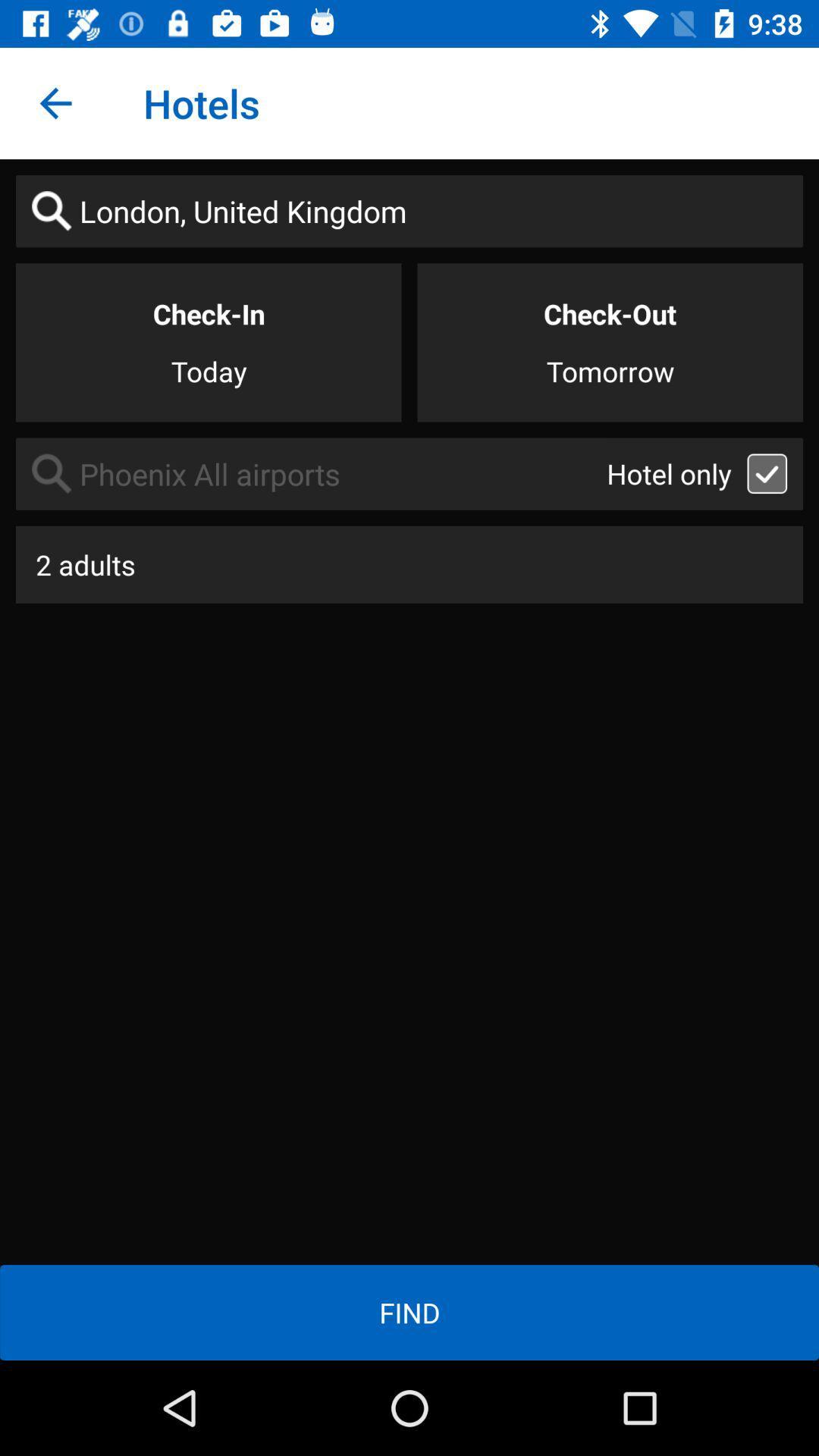 This screenshot has width=819, height=1456. I want to click on the 2 adults, so click(409, 563).